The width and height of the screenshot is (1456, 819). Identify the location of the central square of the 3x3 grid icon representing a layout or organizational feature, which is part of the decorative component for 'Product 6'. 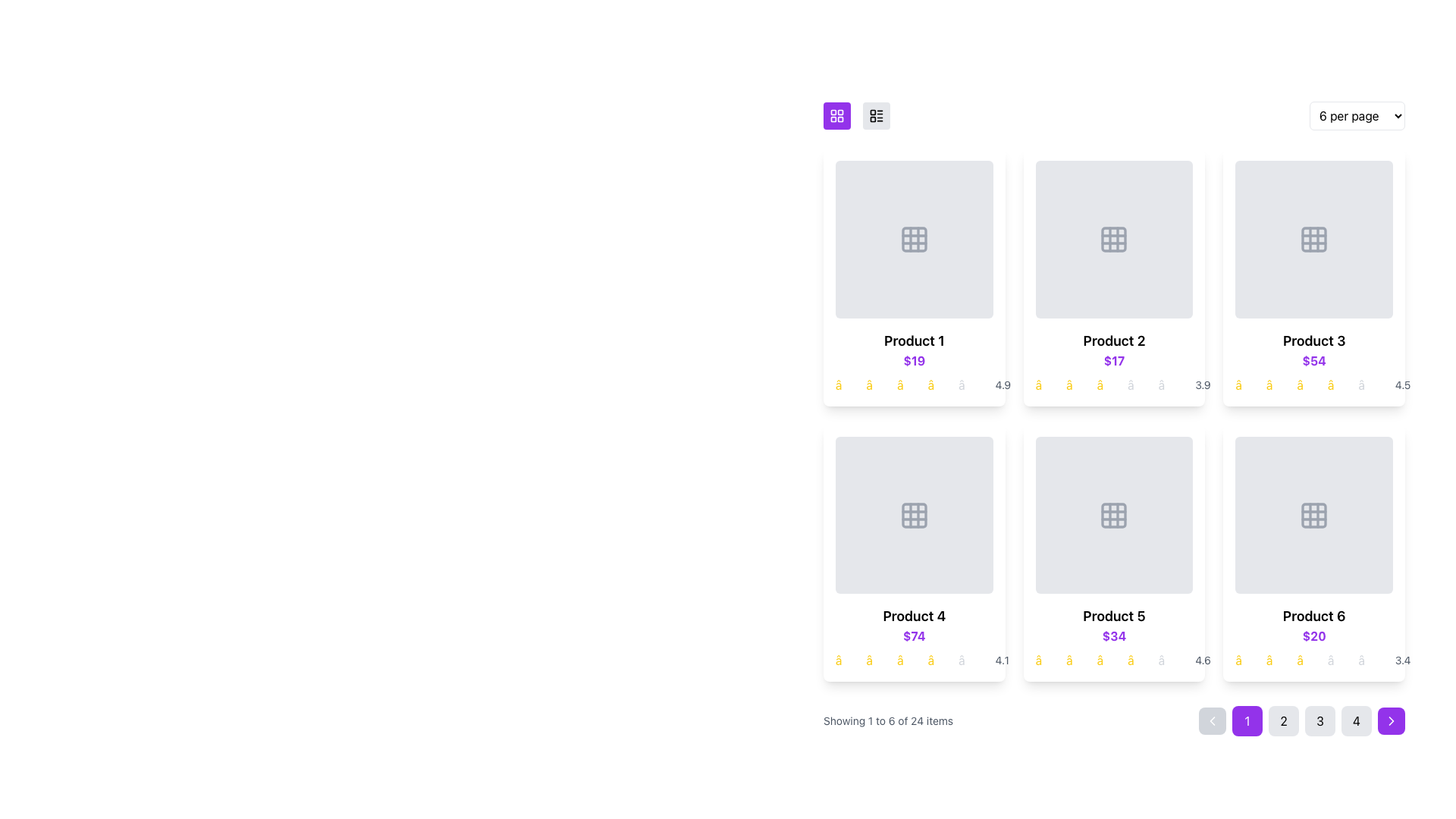
(1313, 514).